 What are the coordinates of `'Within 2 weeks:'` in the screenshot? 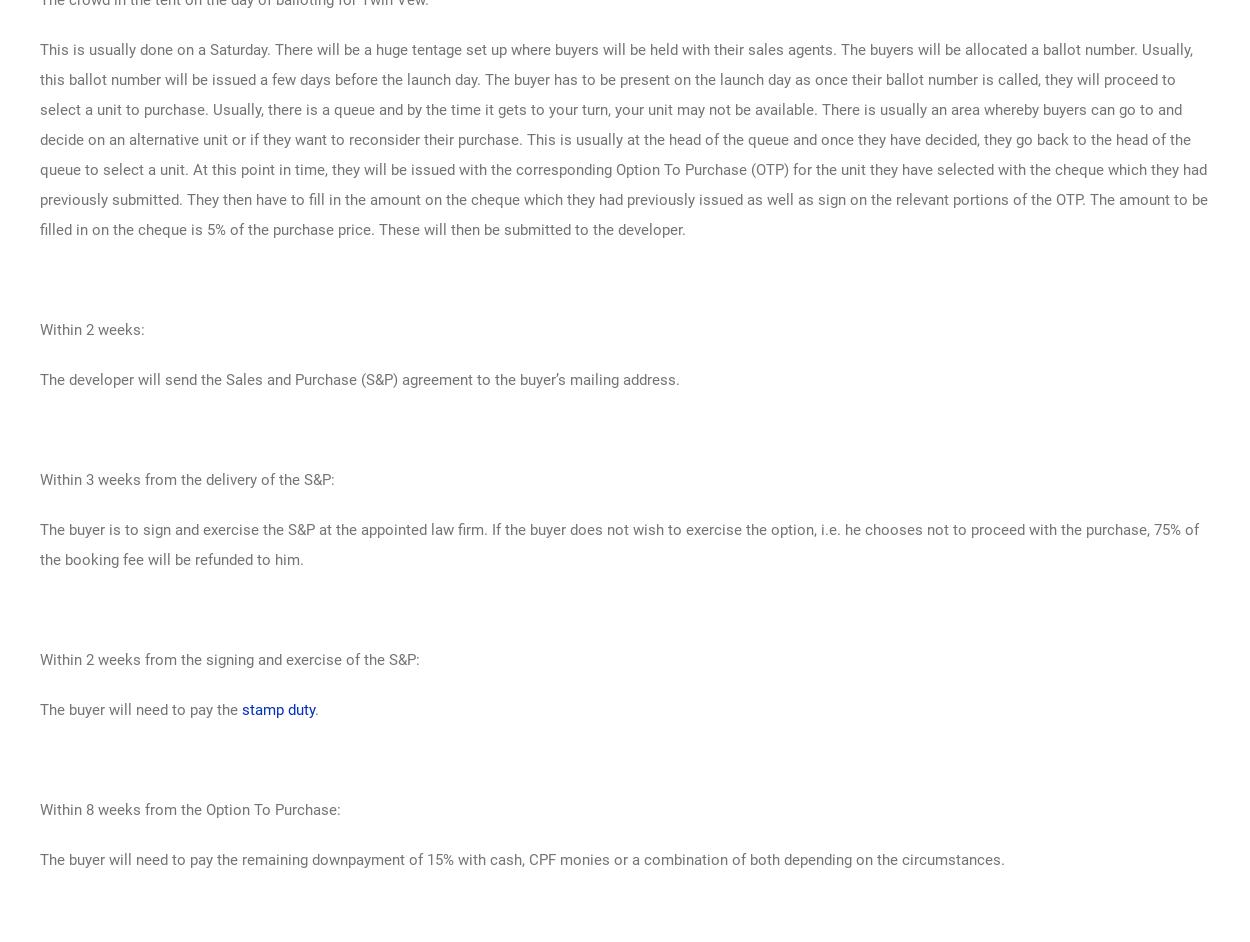 It's located at (91, 329).